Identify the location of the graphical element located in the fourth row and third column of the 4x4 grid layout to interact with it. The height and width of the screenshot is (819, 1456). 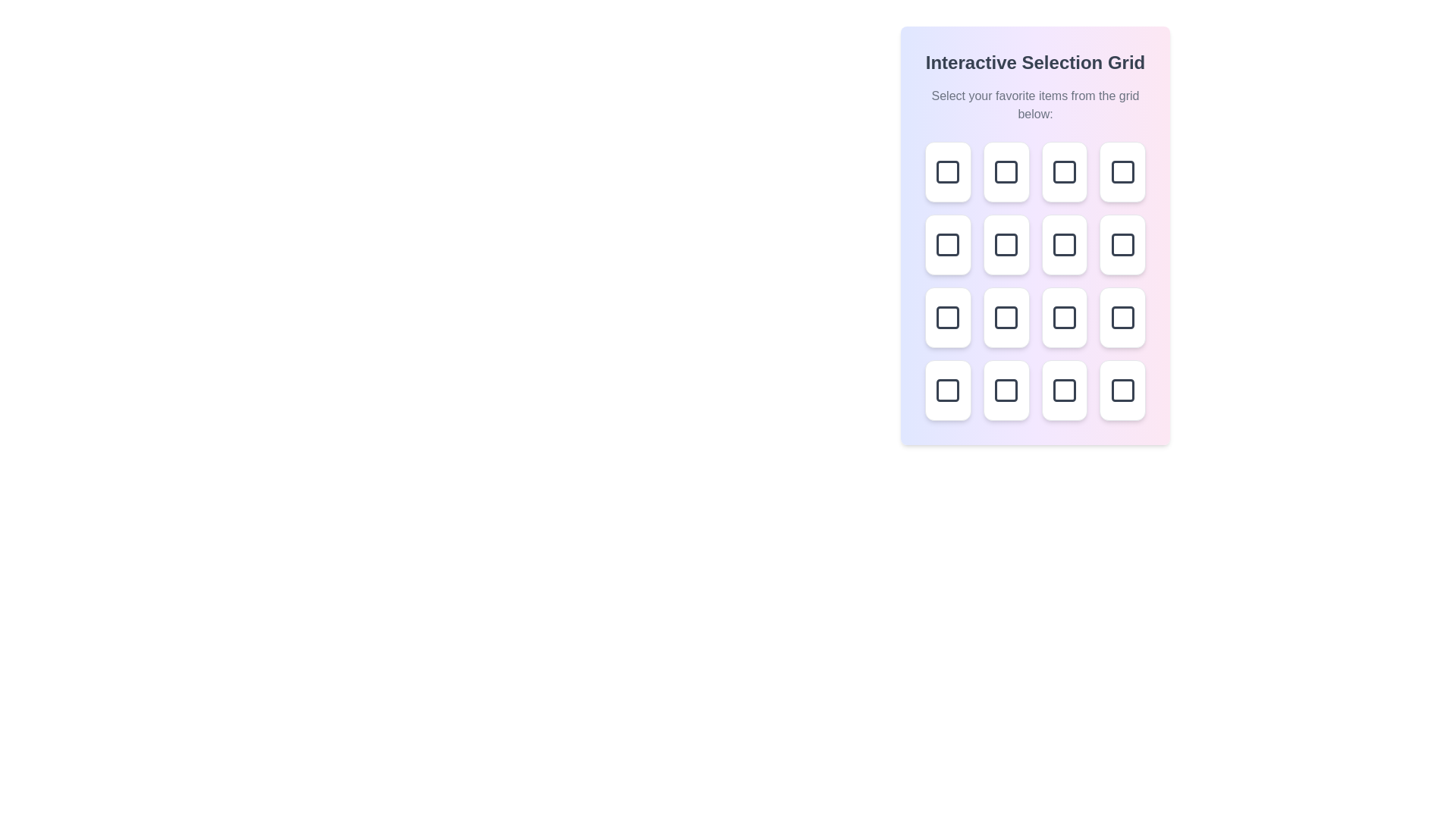
(947, 390).